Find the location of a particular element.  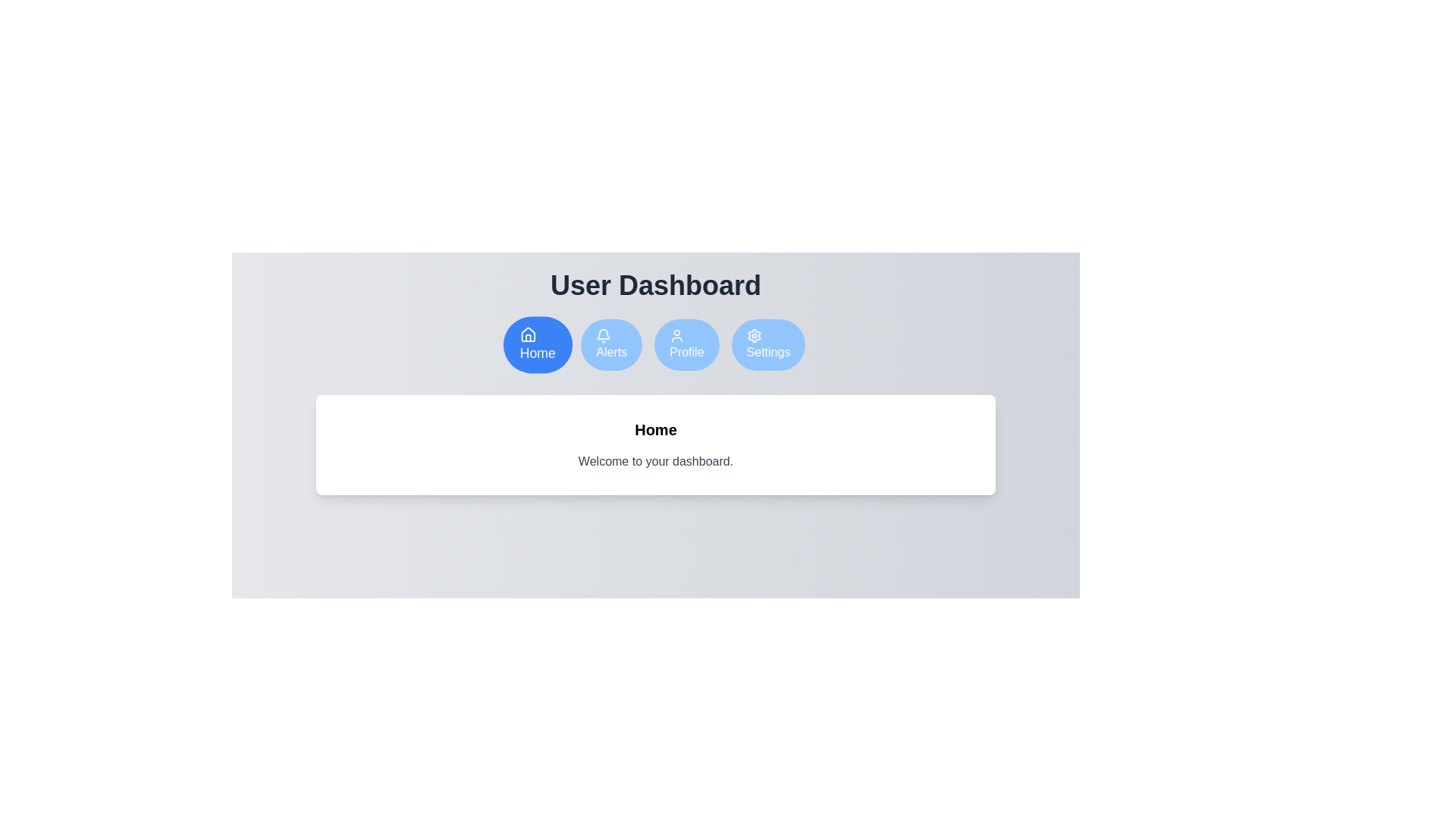

the Home tab by clicking on the respective button is located at coordinates (537, 345).